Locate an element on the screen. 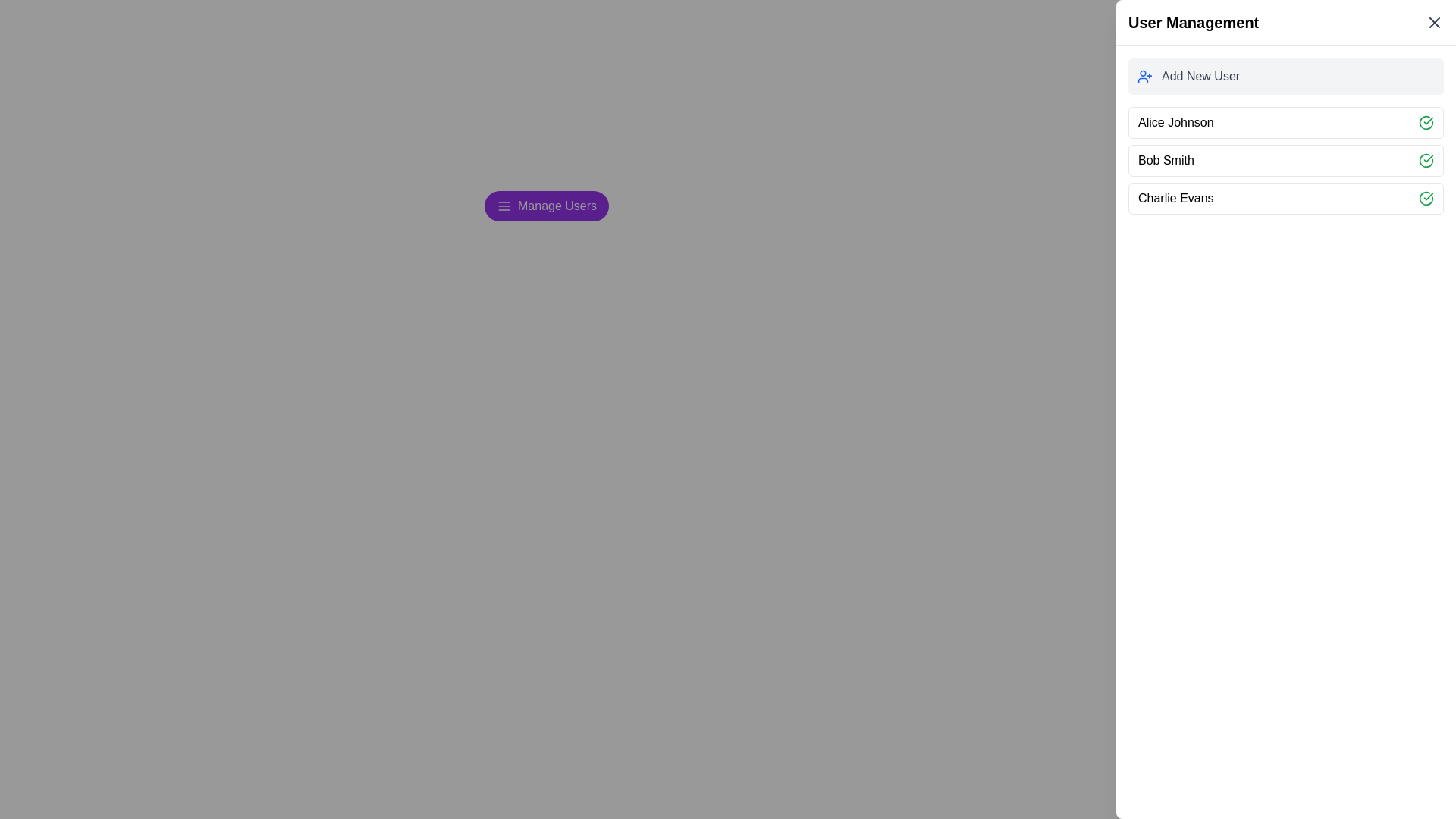 Image resolution: width=1456 pixels, height=819 pixels. the 'Manage Users' text label, which is styled in white font on a purple background within a rounded rectangular button, located at the center coordinates provided is located at coordinates (556, 206).